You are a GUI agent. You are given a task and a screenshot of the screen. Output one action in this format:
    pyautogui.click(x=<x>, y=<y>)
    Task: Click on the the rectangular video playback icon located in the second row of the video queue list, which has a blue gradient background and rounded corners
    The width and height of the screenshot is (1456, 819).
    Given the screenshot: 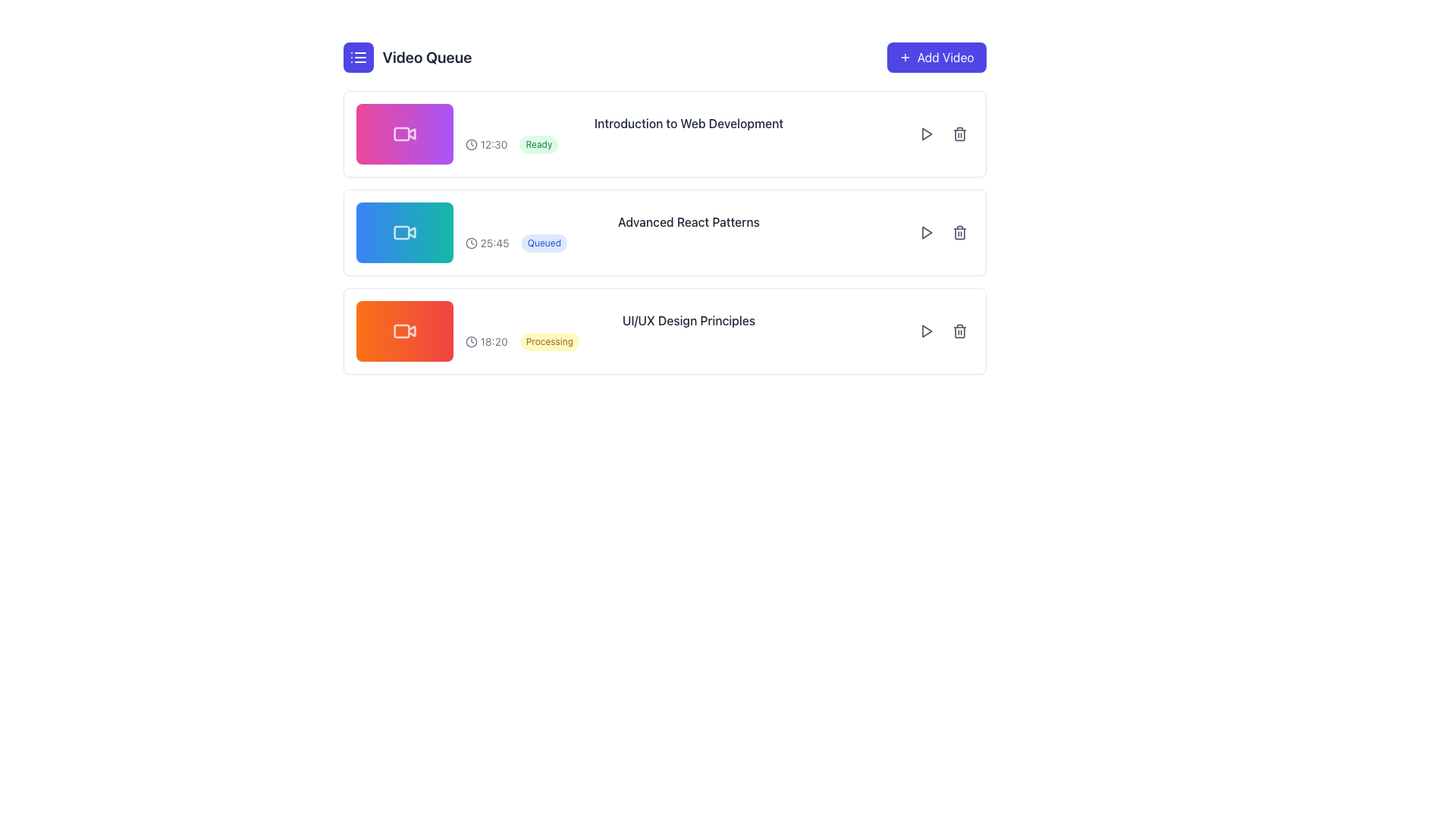 What is the action you would take?
    pyautogui.click(x=401, y=233)
    